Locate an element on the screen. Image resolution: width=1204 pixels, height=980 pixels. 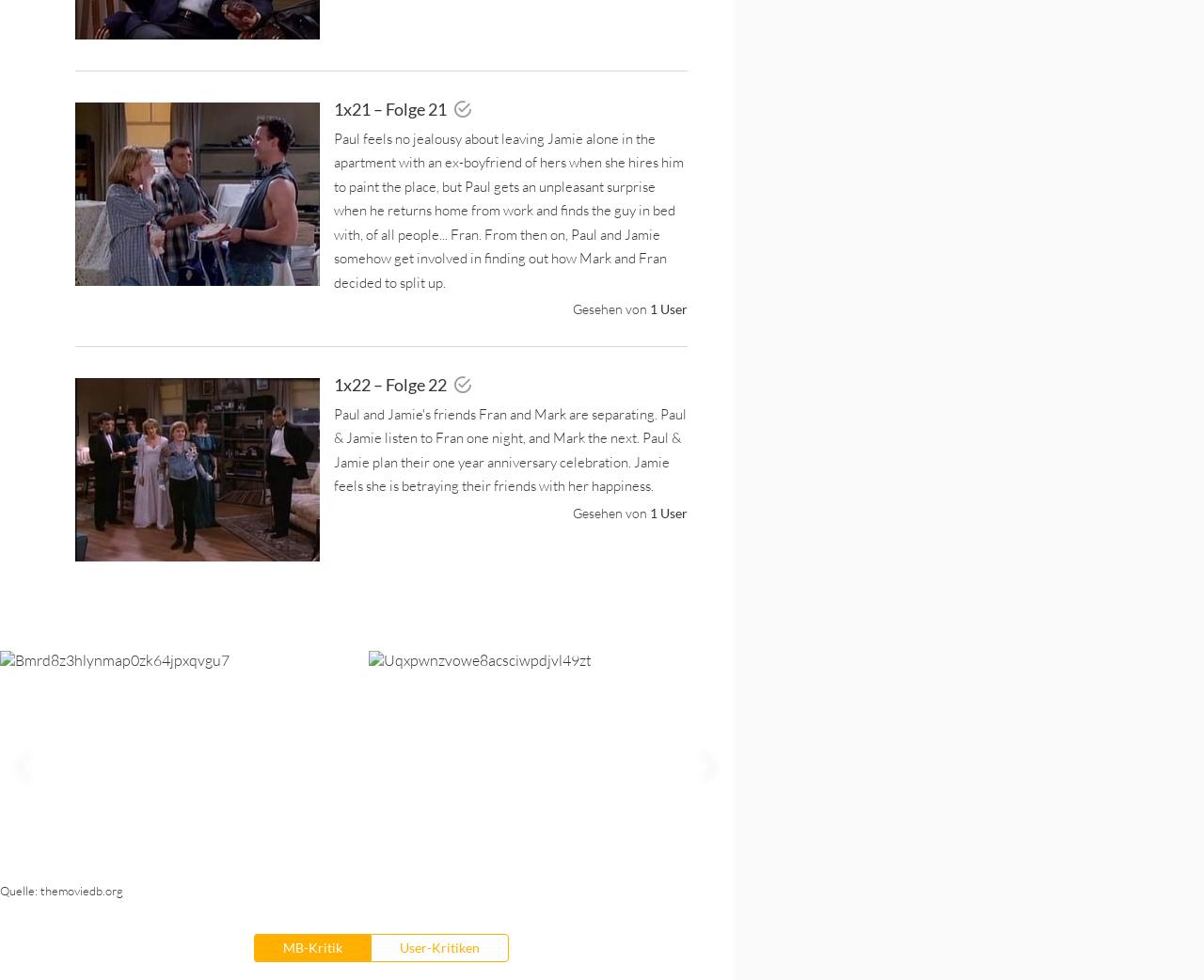
'User-Kritiken' is located at coordinates (437, 946).